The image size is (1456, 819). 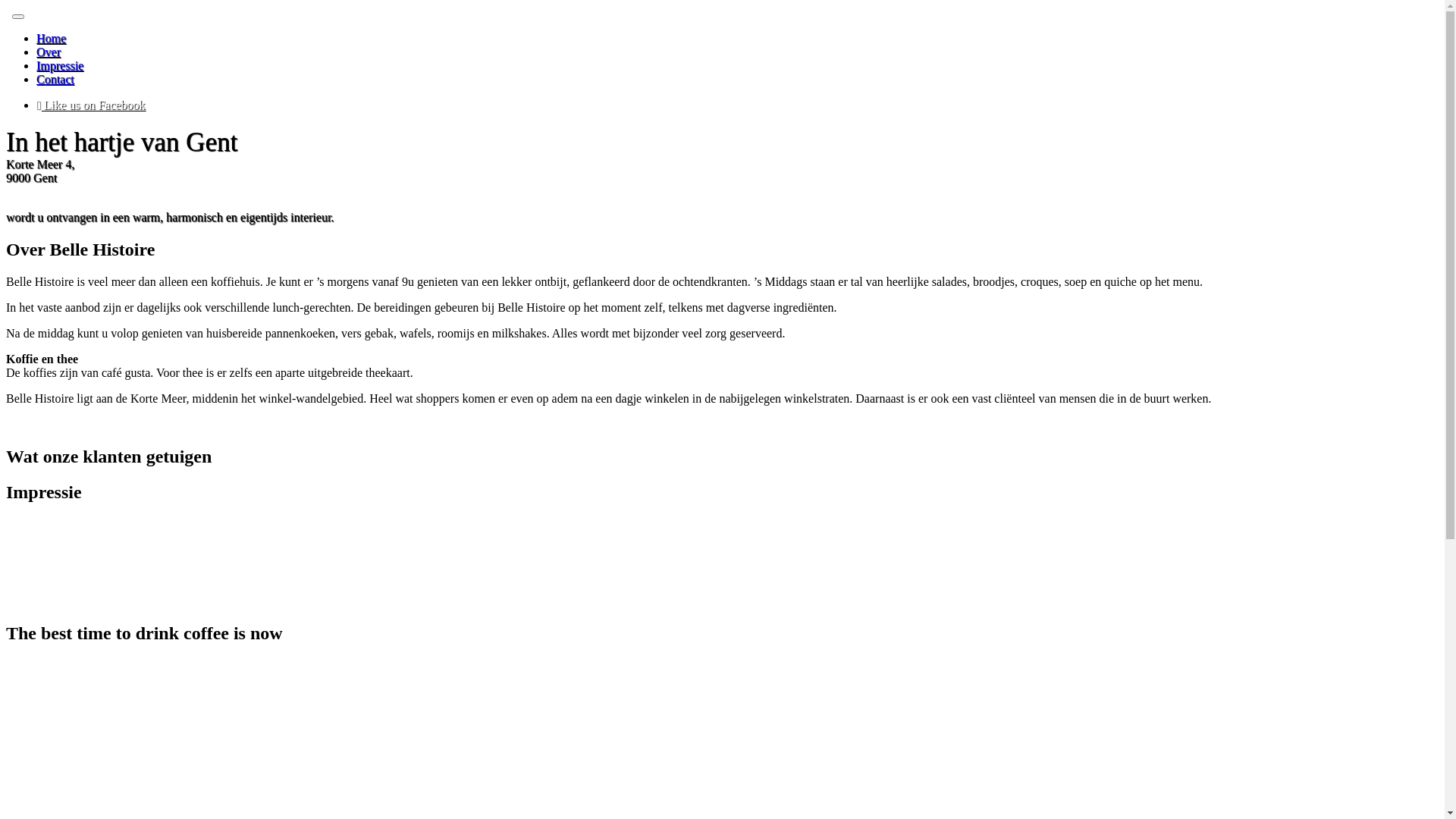 I want to click on 'Contact', so click(x=55, y=79).